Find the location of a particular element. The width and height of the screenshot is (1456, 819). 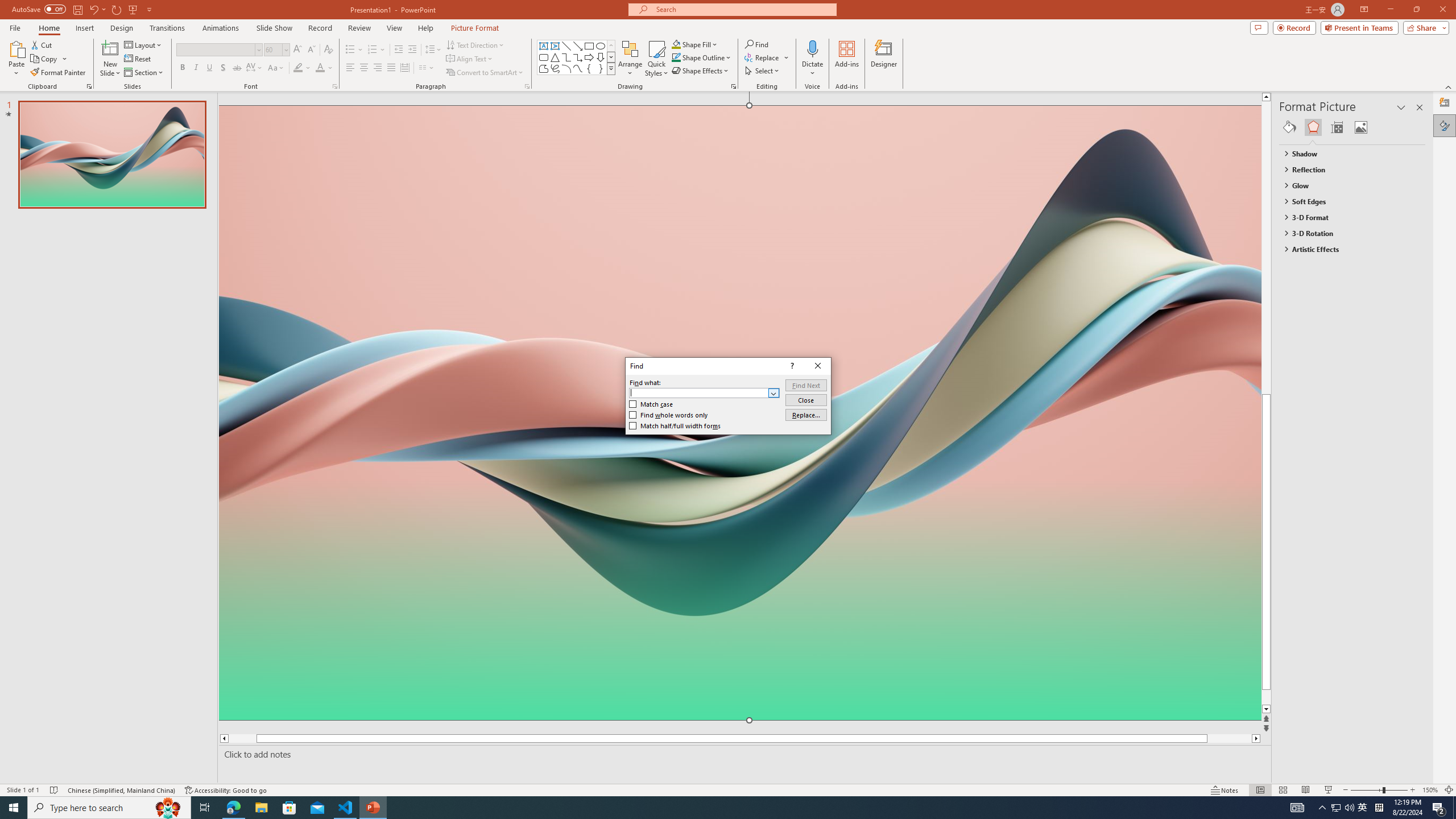

'Context help' is located at coordinates (791, 366).